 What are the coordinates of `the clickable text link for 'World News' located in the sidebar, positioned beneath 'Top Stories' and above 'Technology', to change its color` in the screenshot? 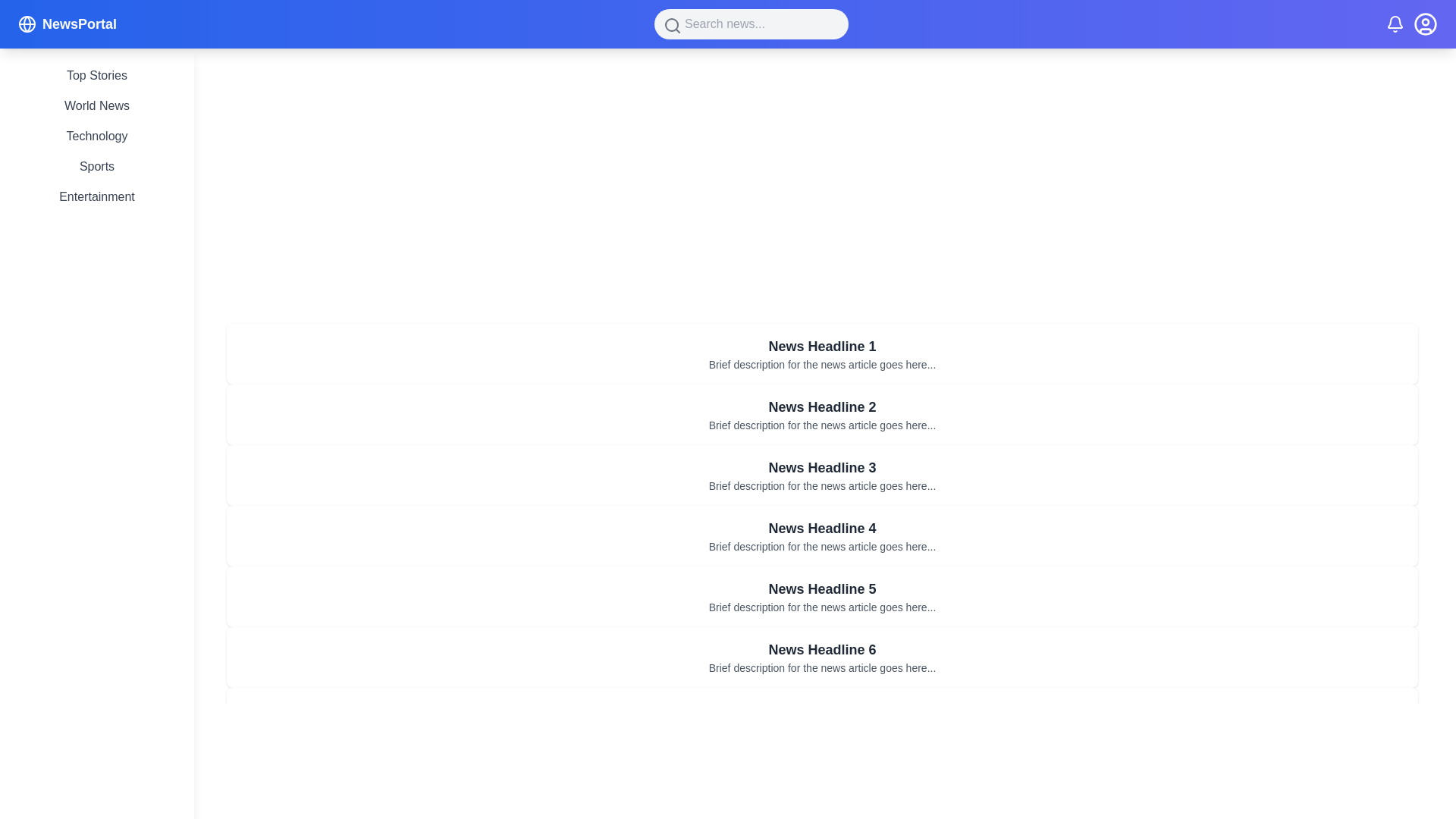 It's located at (96, 105).